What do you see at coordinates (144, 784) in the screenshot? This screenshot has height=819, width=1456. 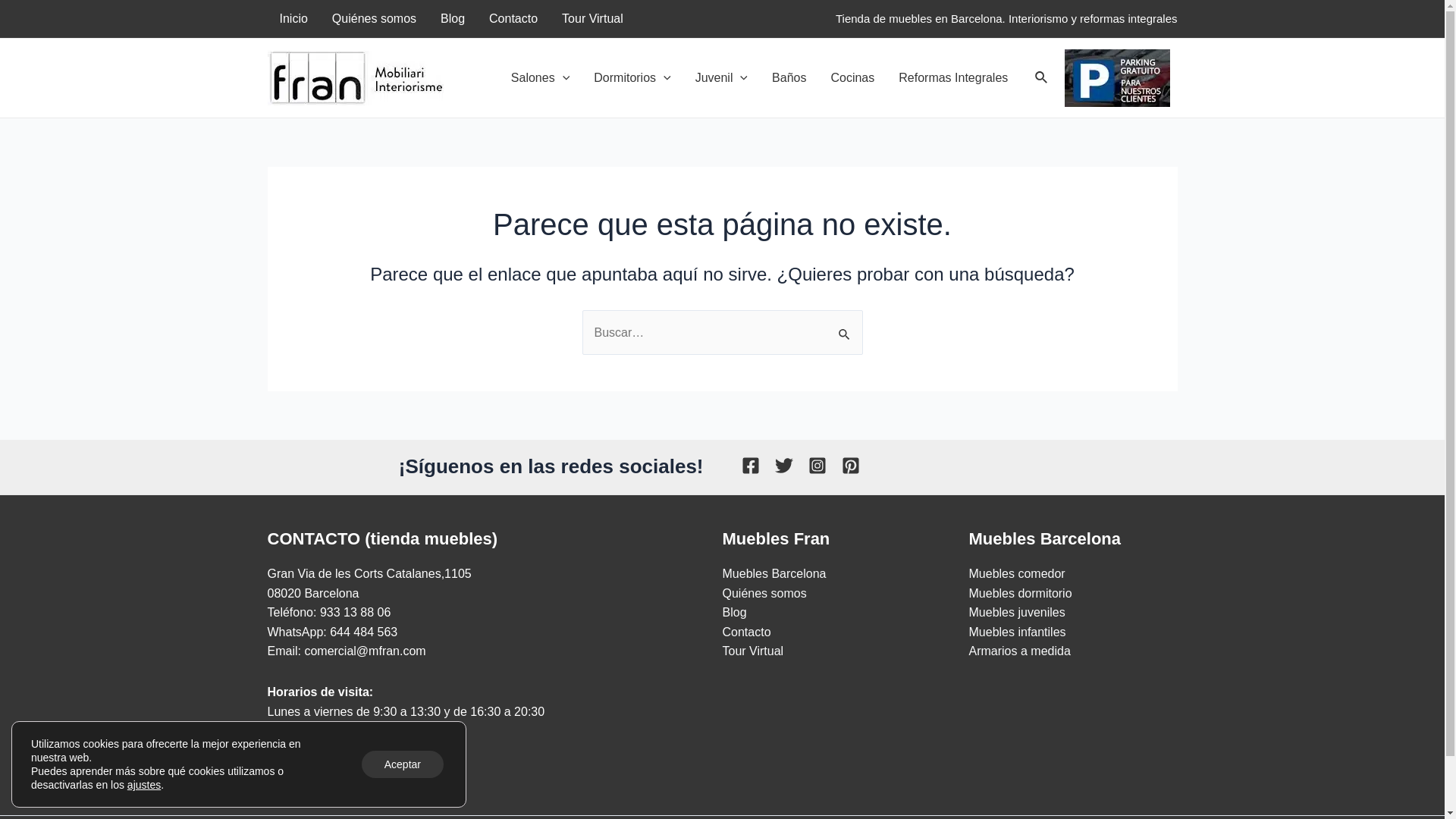 I see `'ajustes'` at bounding box center [144, 784].